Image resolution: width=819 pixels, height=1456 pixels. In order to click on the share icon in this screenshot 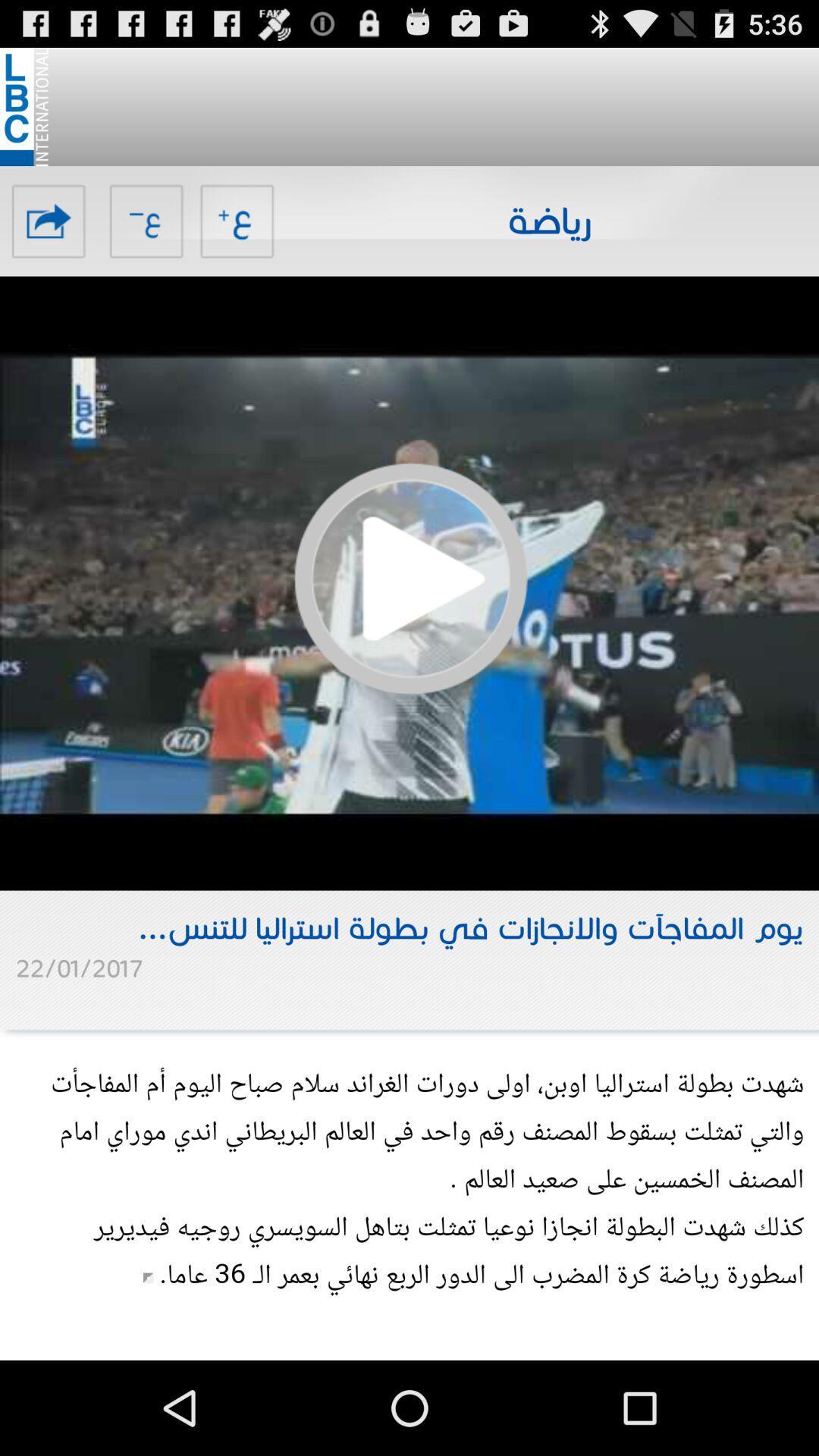, I will do `click(50, 236)`.